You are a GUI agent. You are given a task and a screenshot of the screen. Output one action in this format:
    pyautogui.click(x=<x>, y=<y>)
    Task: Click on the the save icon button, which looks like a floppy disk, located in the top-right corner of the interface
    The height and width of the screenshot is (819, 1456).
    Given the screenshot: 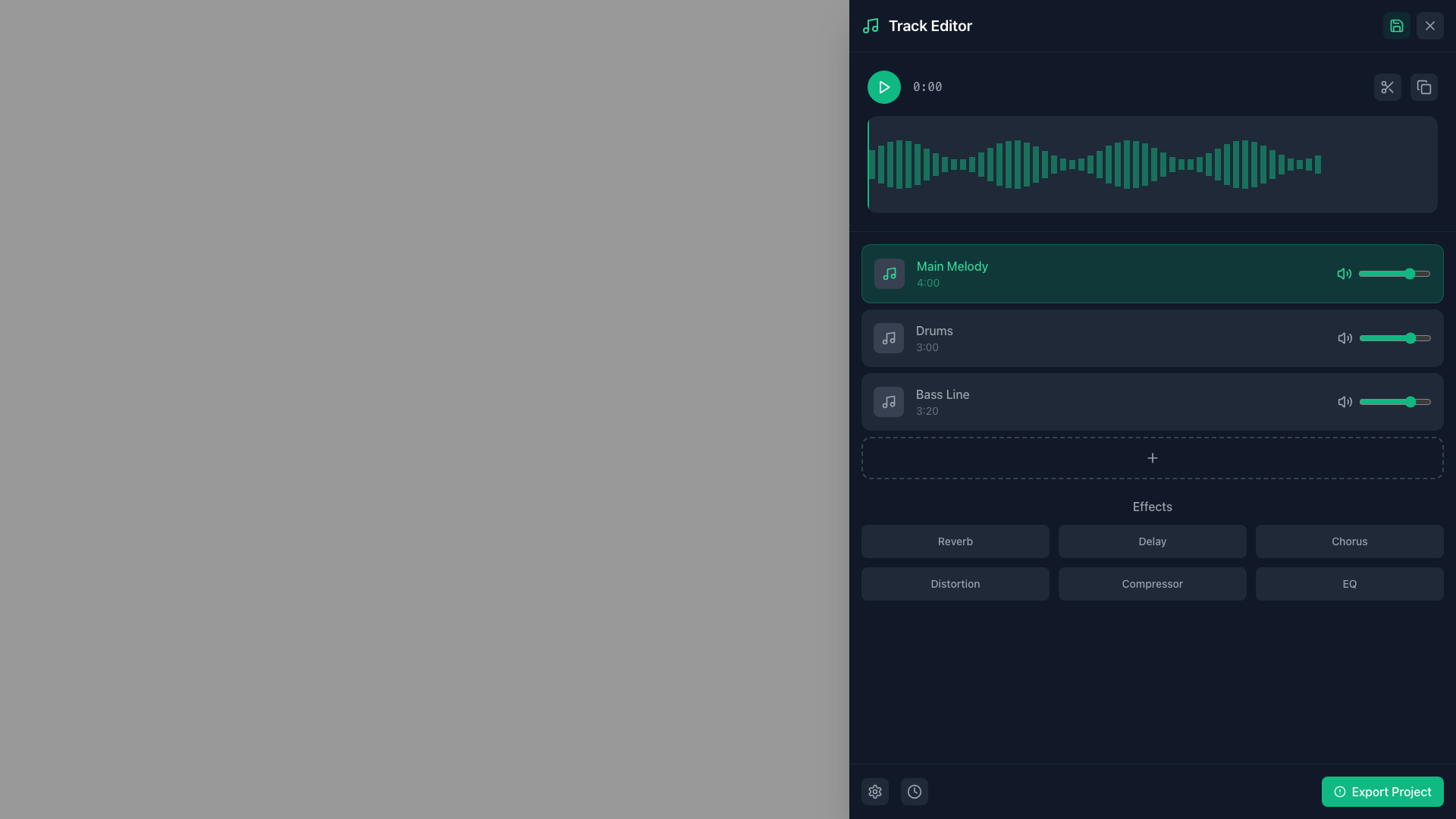 What is the action you would take?
    pyautogui.click(x=1396, y=26)
    